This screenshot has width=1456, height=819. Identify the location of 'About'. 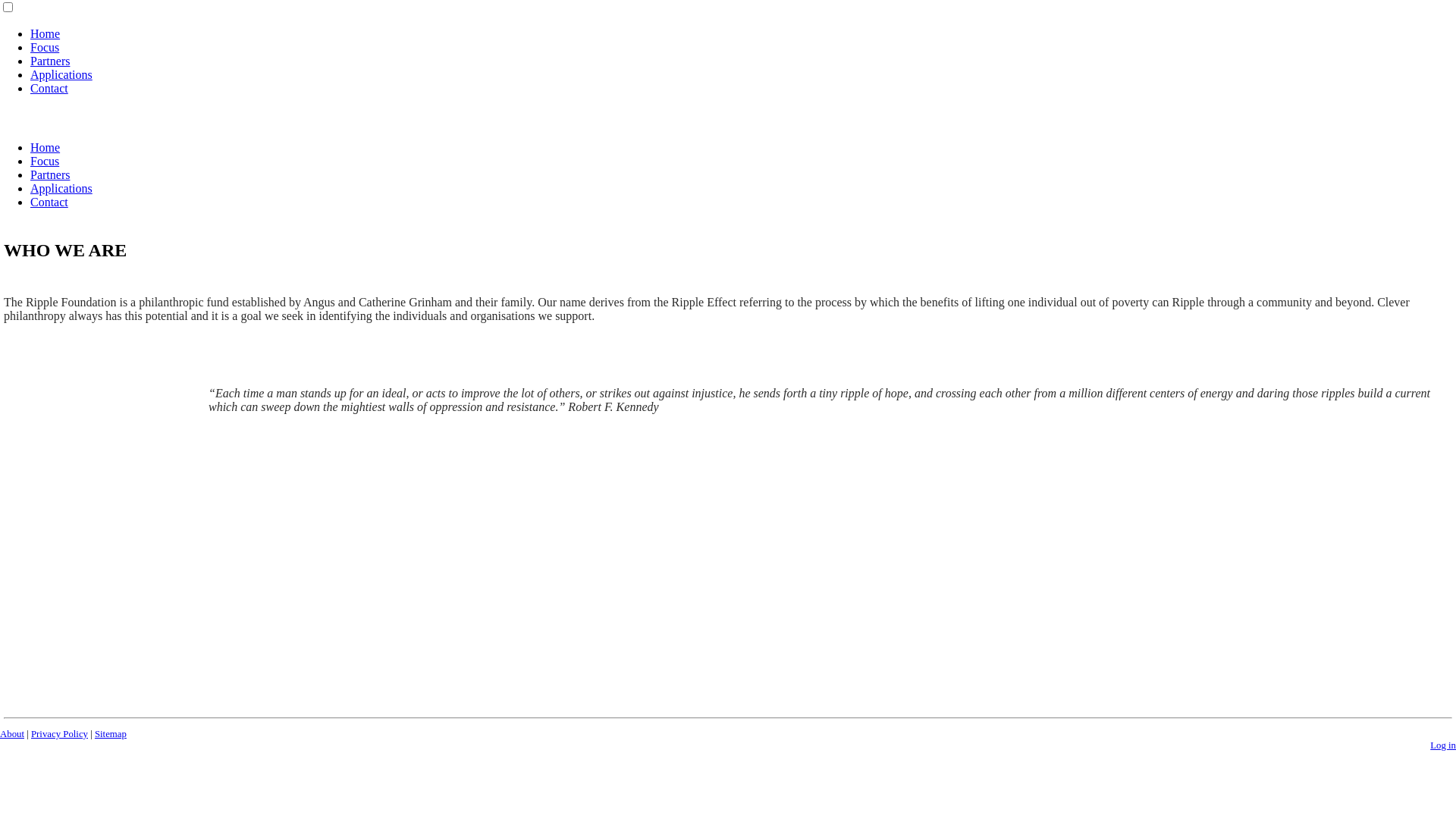
(11, 733).